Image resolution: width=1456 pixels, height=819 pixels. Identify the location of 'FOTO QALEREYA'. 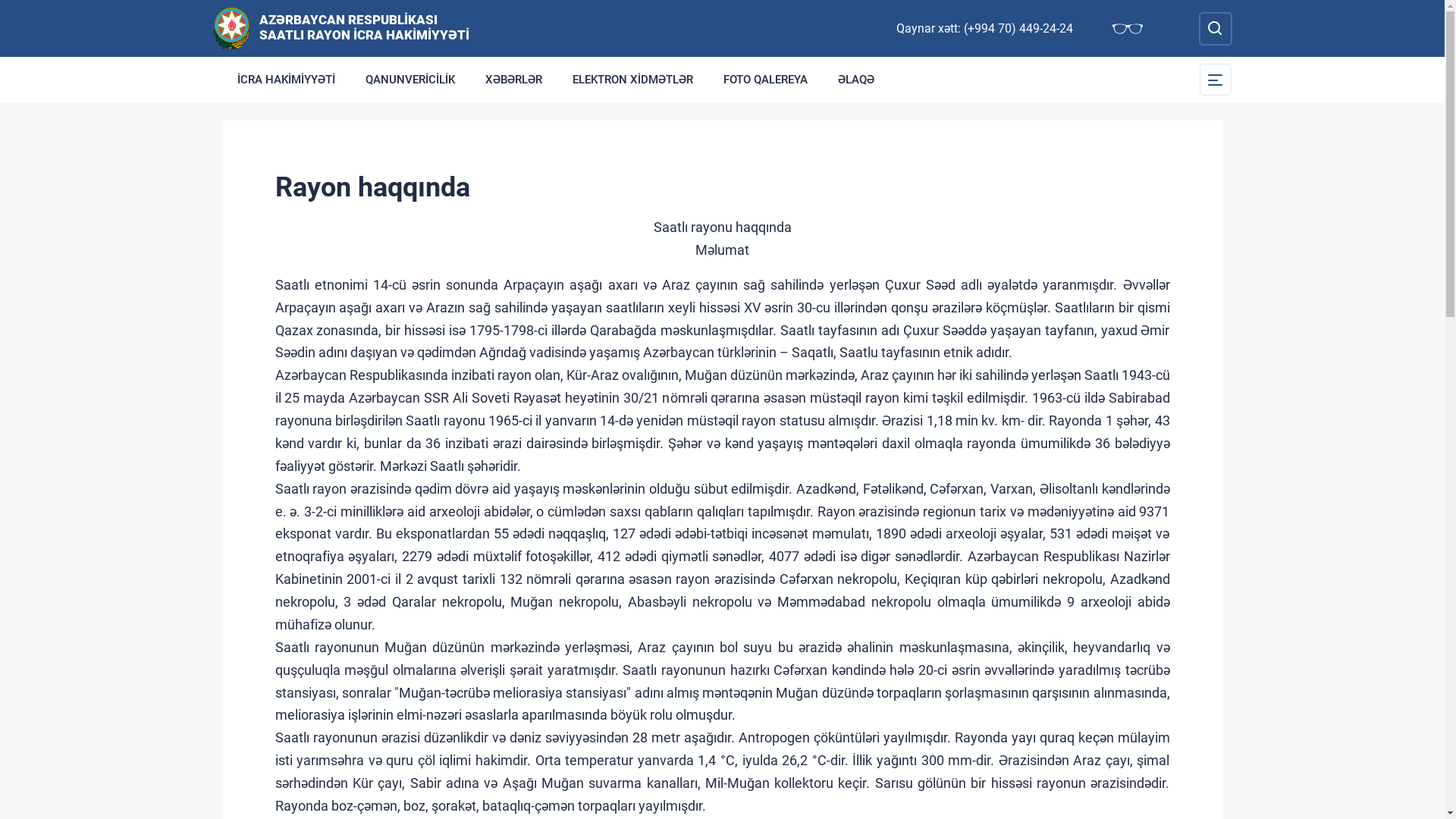
(765, 79).